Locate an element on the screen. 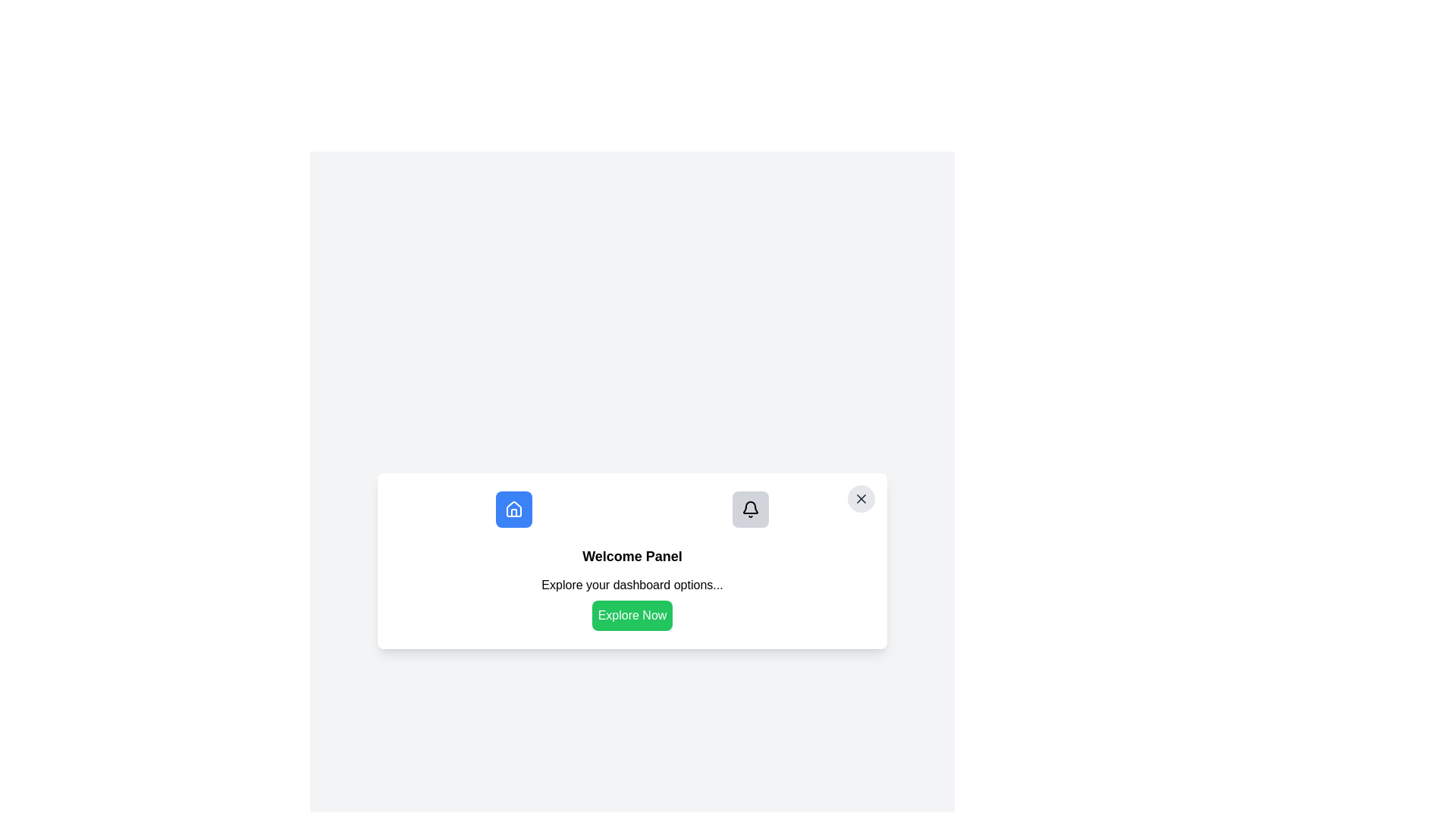 This screenshot has width=1456, height=819. the close button located at the top-right corner of the 'Welcome Panel' is located at coordinates (861, 499).